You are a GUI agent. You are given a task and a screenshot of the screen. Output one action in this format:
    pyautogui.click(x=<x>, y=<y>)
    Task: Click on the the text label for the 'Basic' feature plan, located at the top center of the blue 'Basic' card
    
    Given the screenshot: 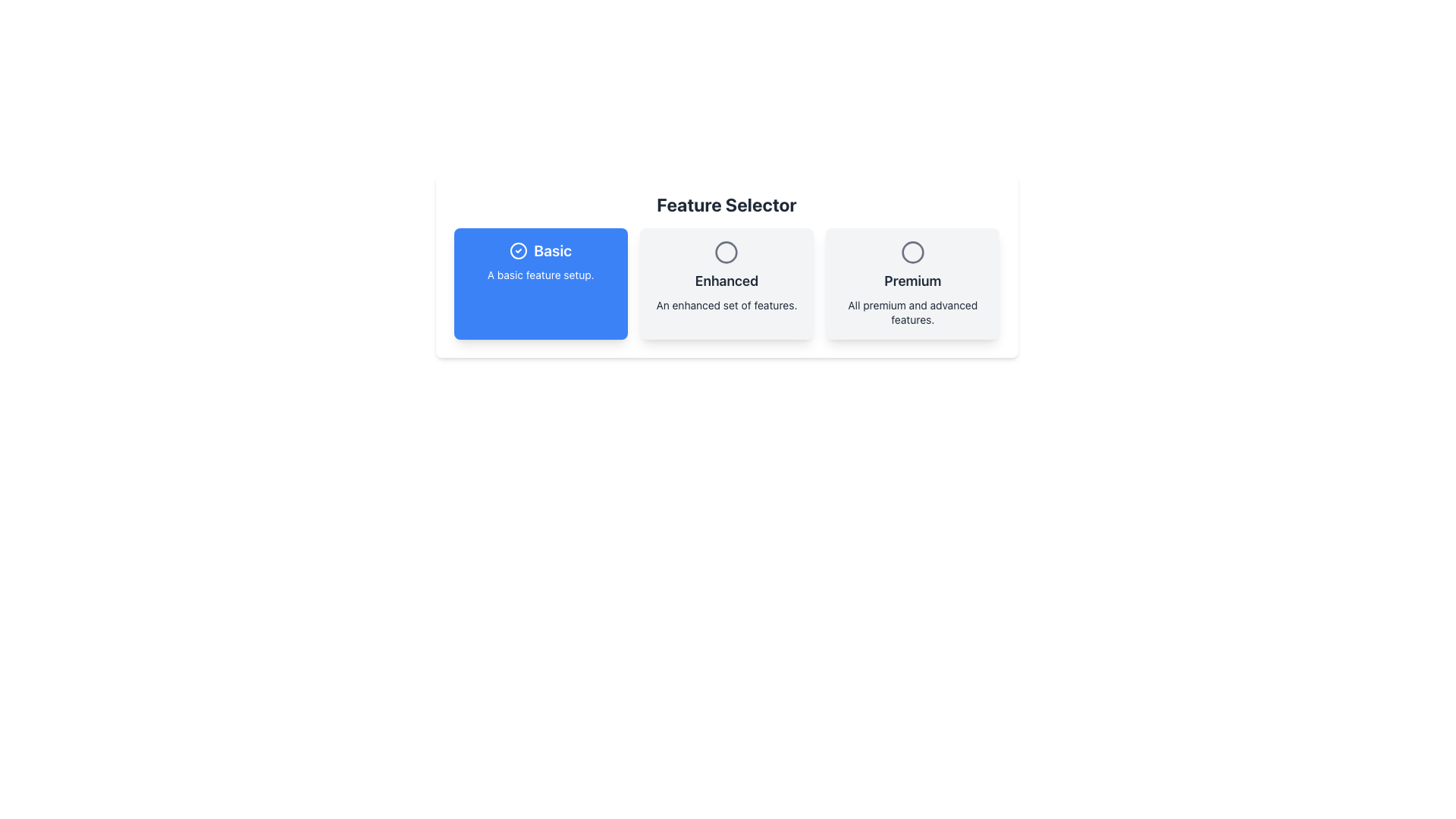 What is the action you would take?
    pyautogui.click(x=541, y=250)
    